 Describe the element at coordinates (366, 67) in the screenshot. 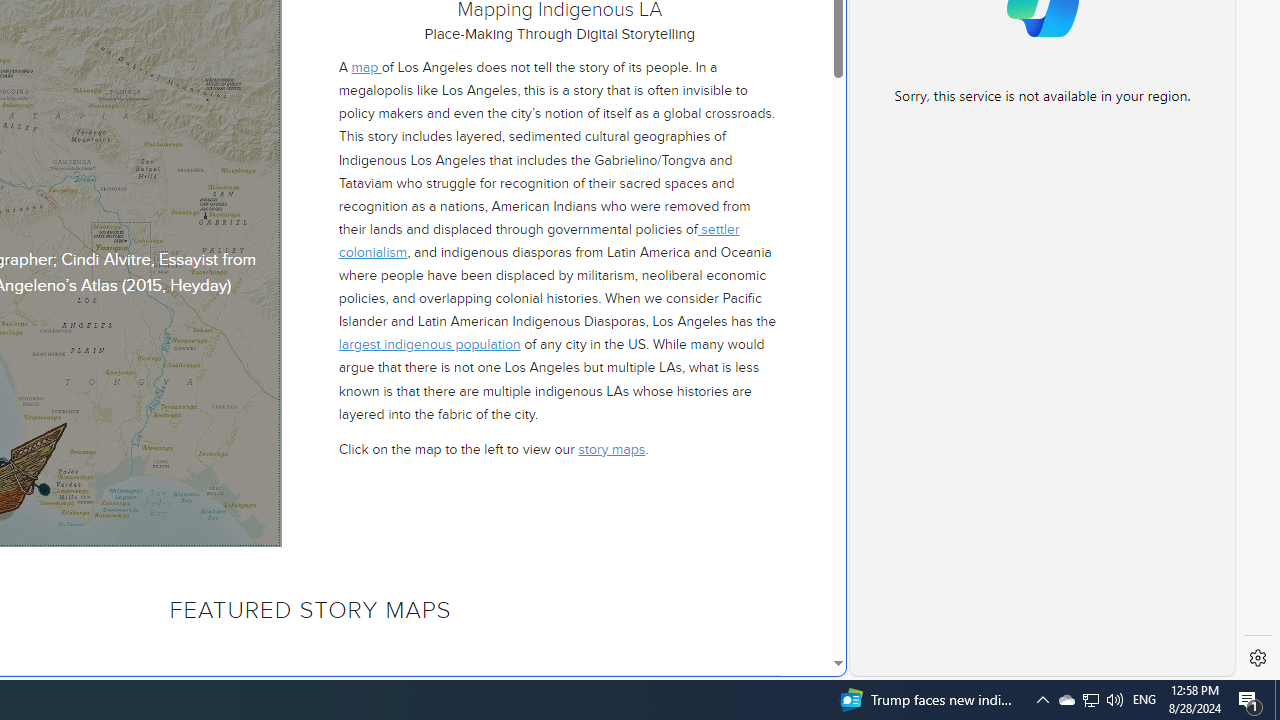

I see `'map '` at that location.